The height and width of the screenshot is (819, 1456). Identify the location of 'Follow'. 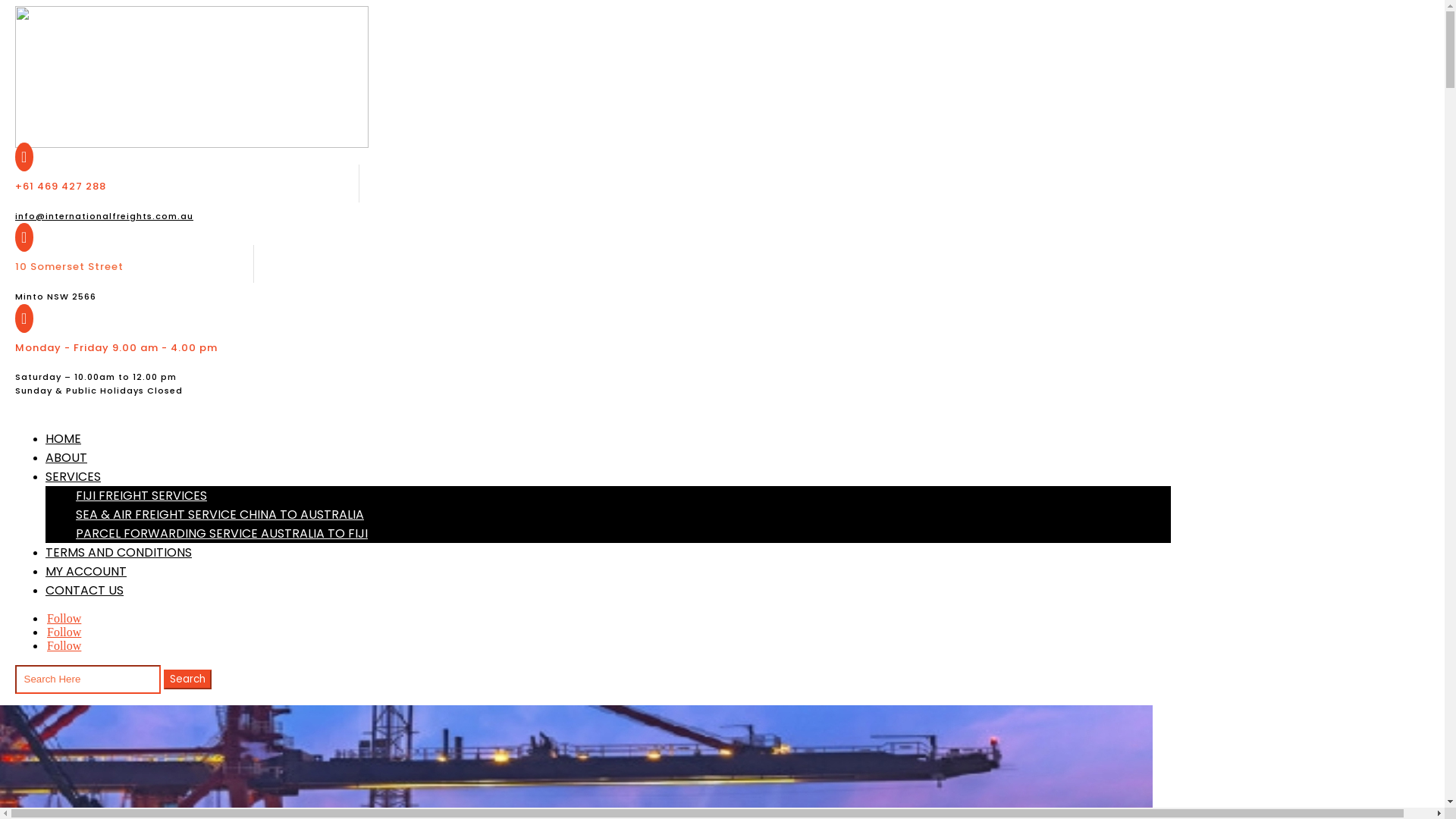
(63, 618).